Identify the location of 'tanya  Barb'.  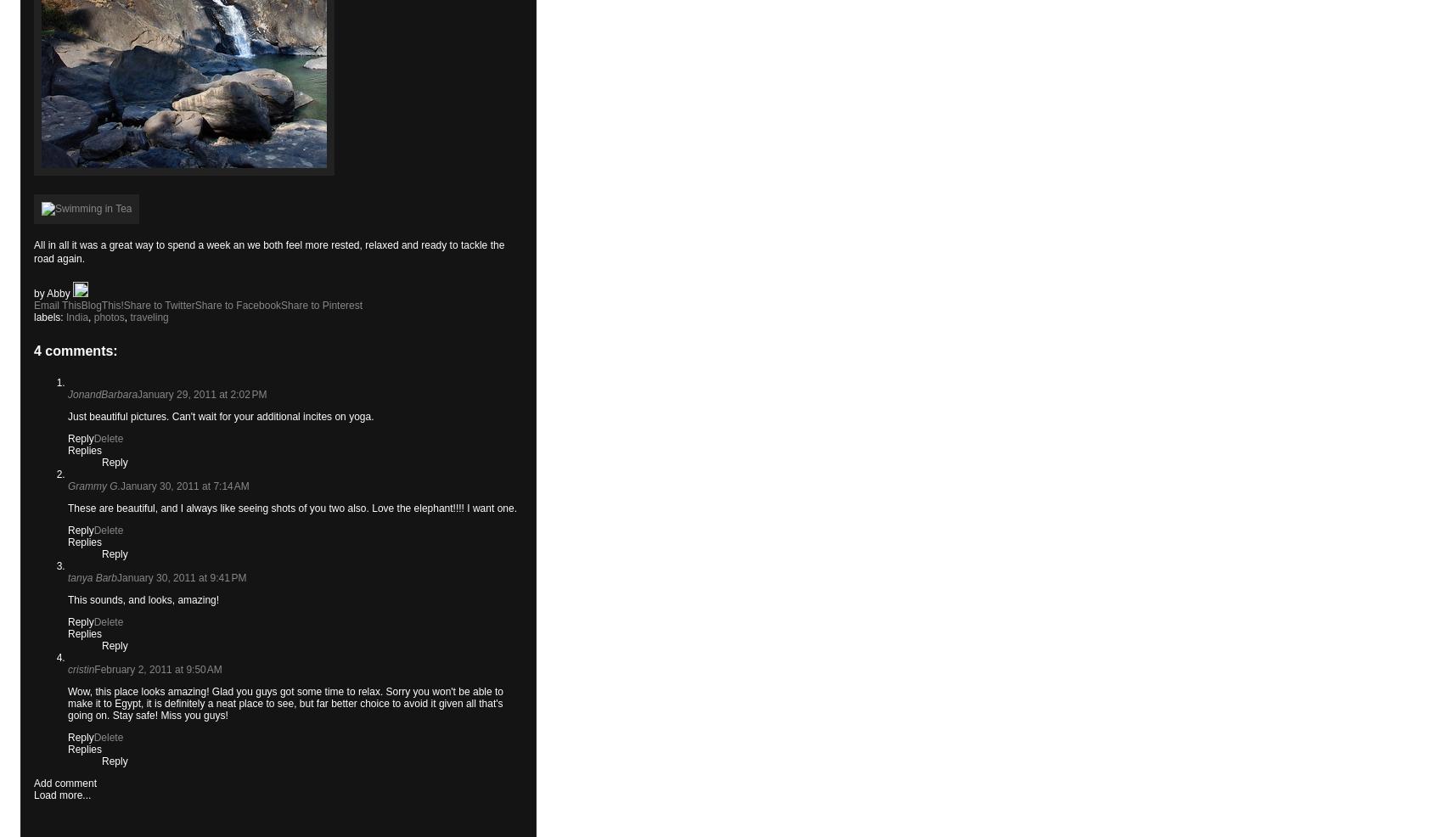
(92, 577).